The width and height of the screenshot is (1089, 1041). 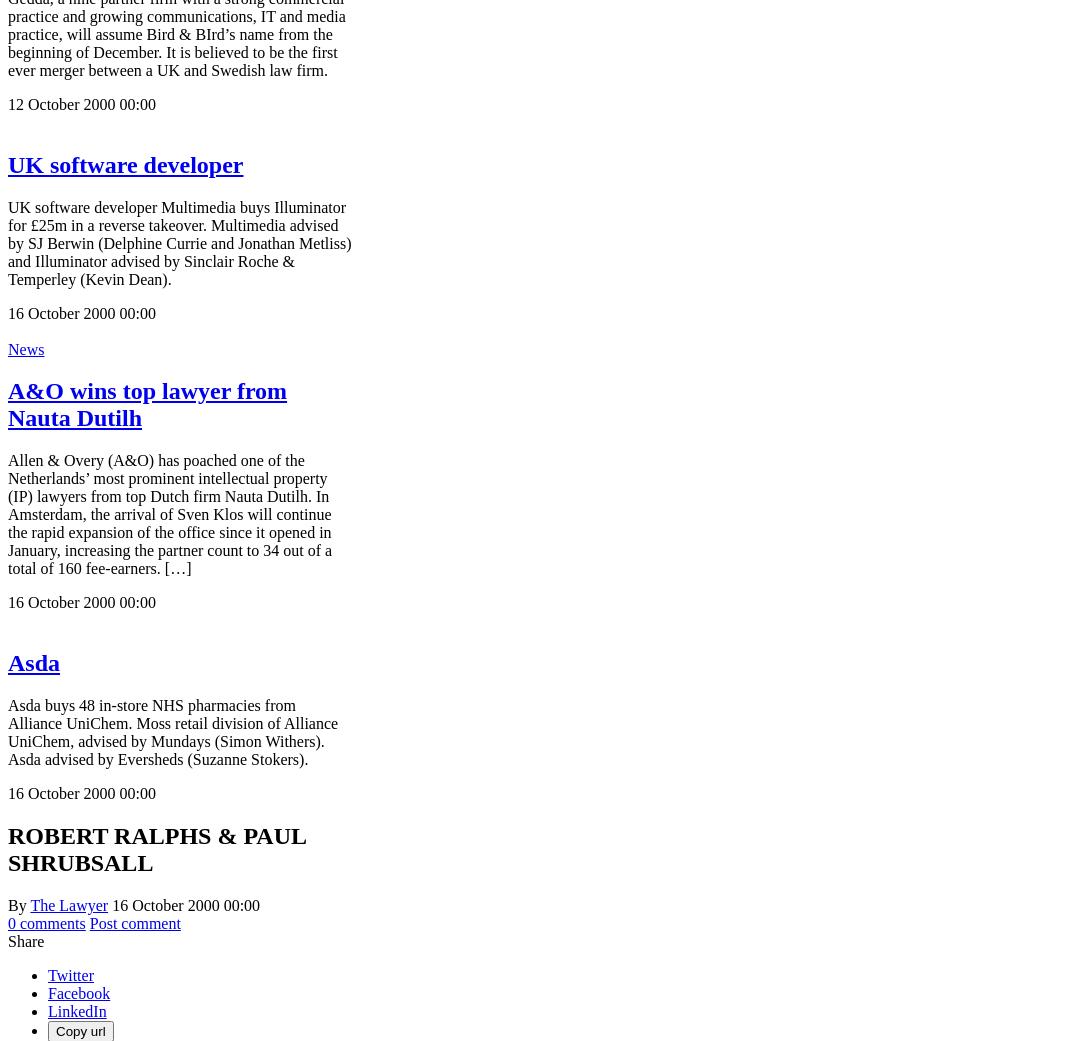 I want to click on 'Share', so click(x=26, y=941).